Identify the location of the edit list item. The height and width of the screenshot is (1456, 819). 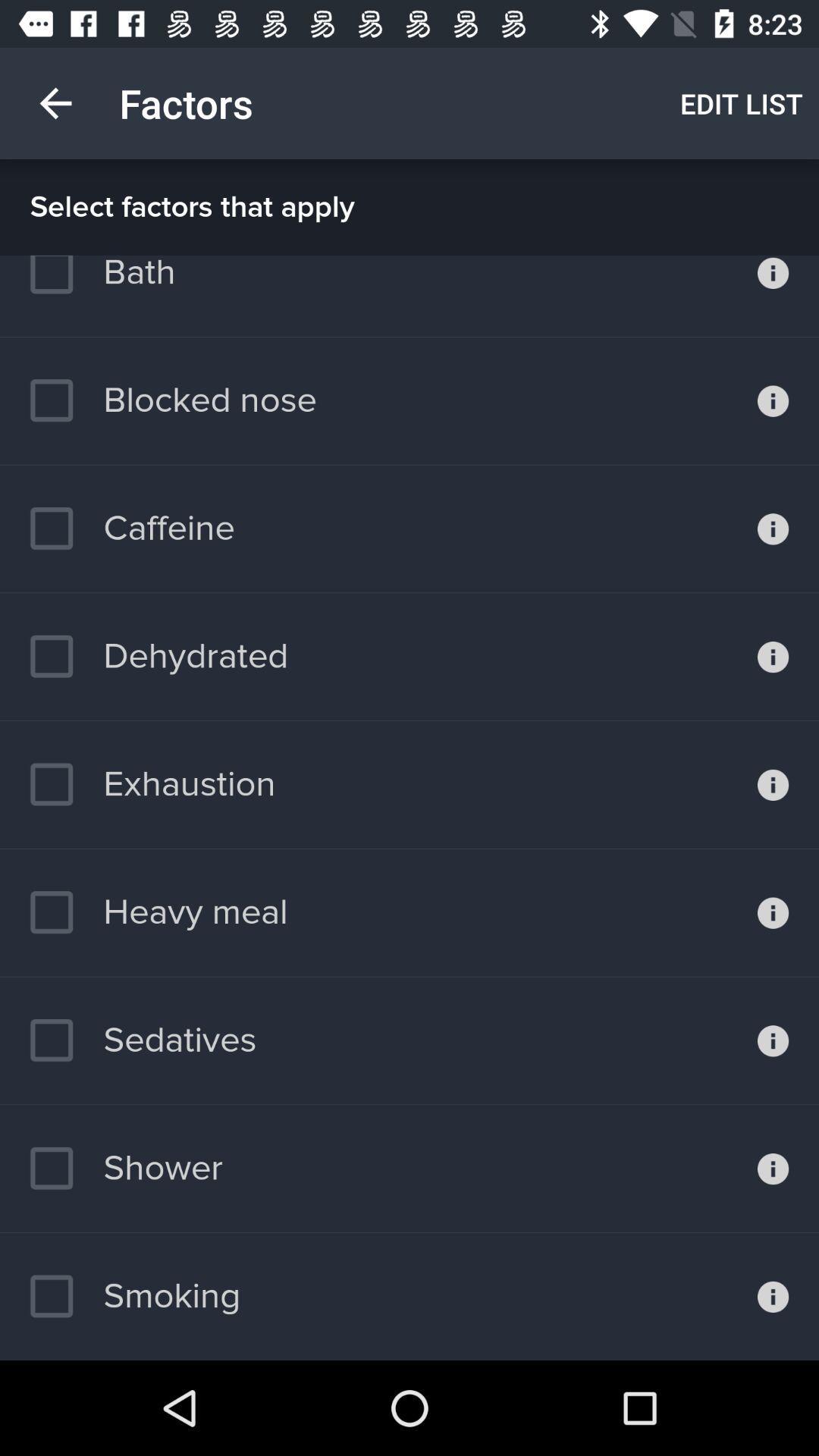
(741, 102).